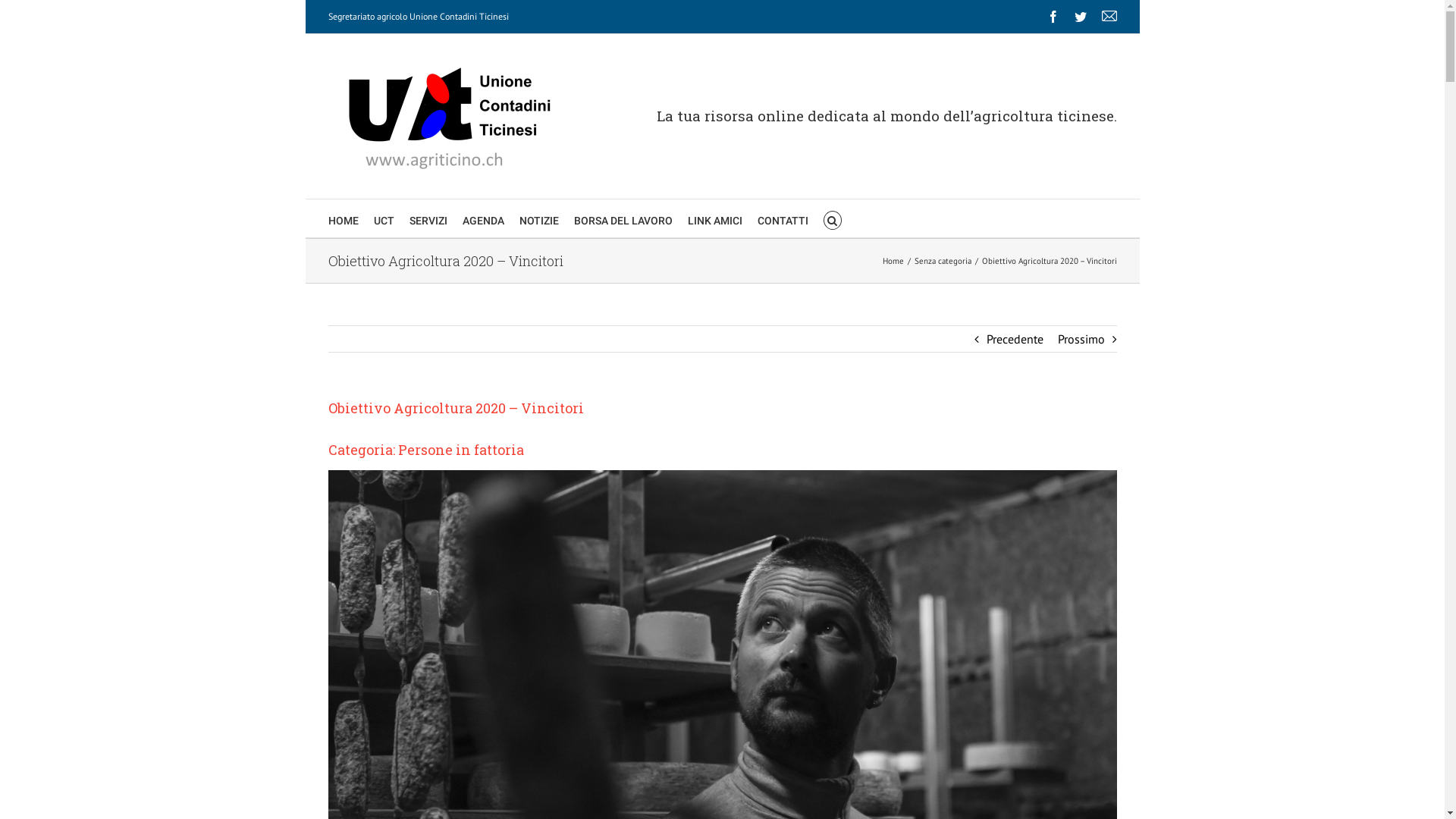 This screenshot has width=1456, height=819. Describe the element at coordinates (782, 218) in the screenshot. I see `'CONTATTI'` at that location.